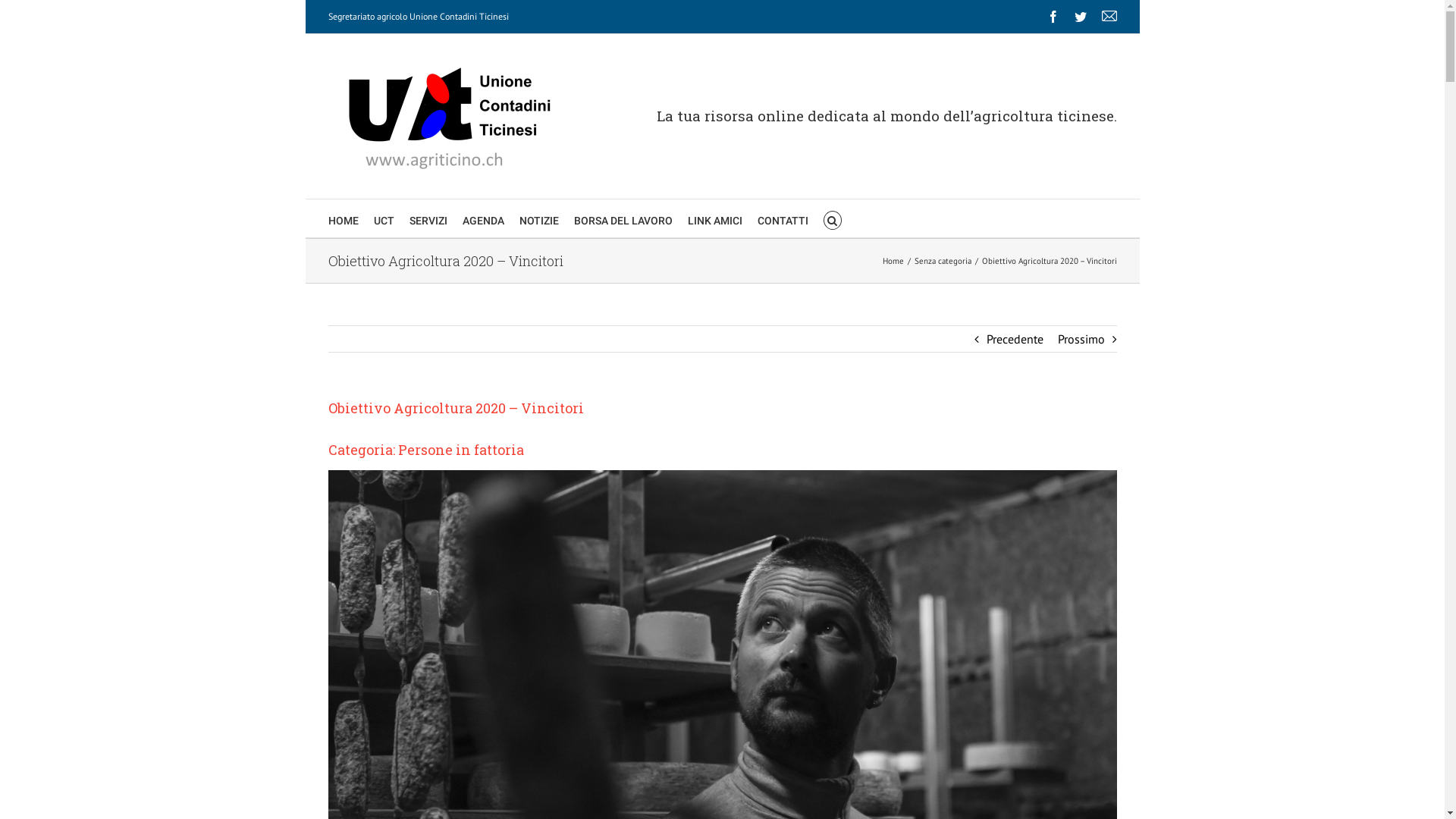 This screenshot has width=1456, height=819. Describe the element at coordinates (782, 218) in the screenshot. I see `'CONTATTI'` at that location.